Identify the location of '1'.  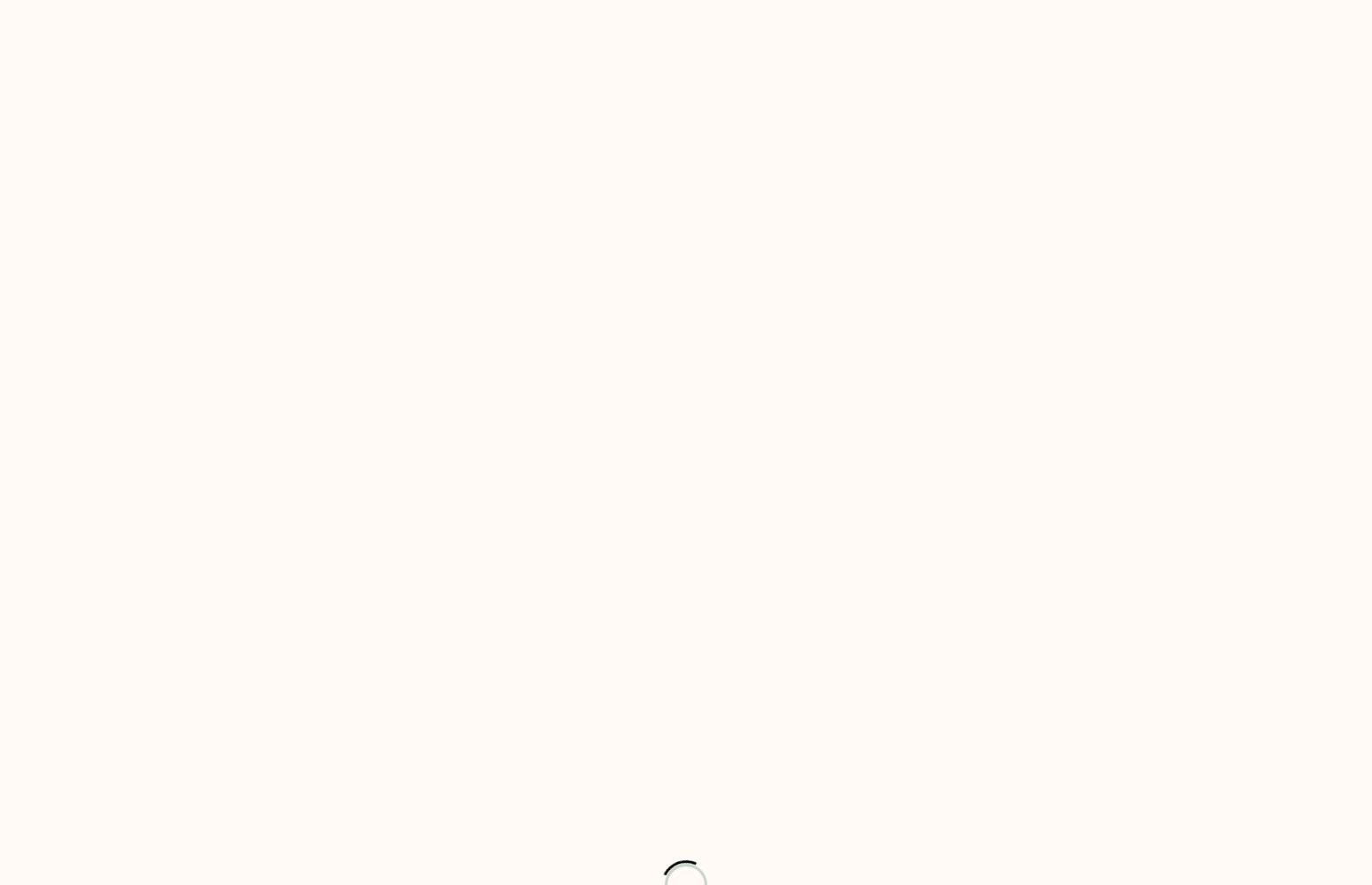
(906, 812).